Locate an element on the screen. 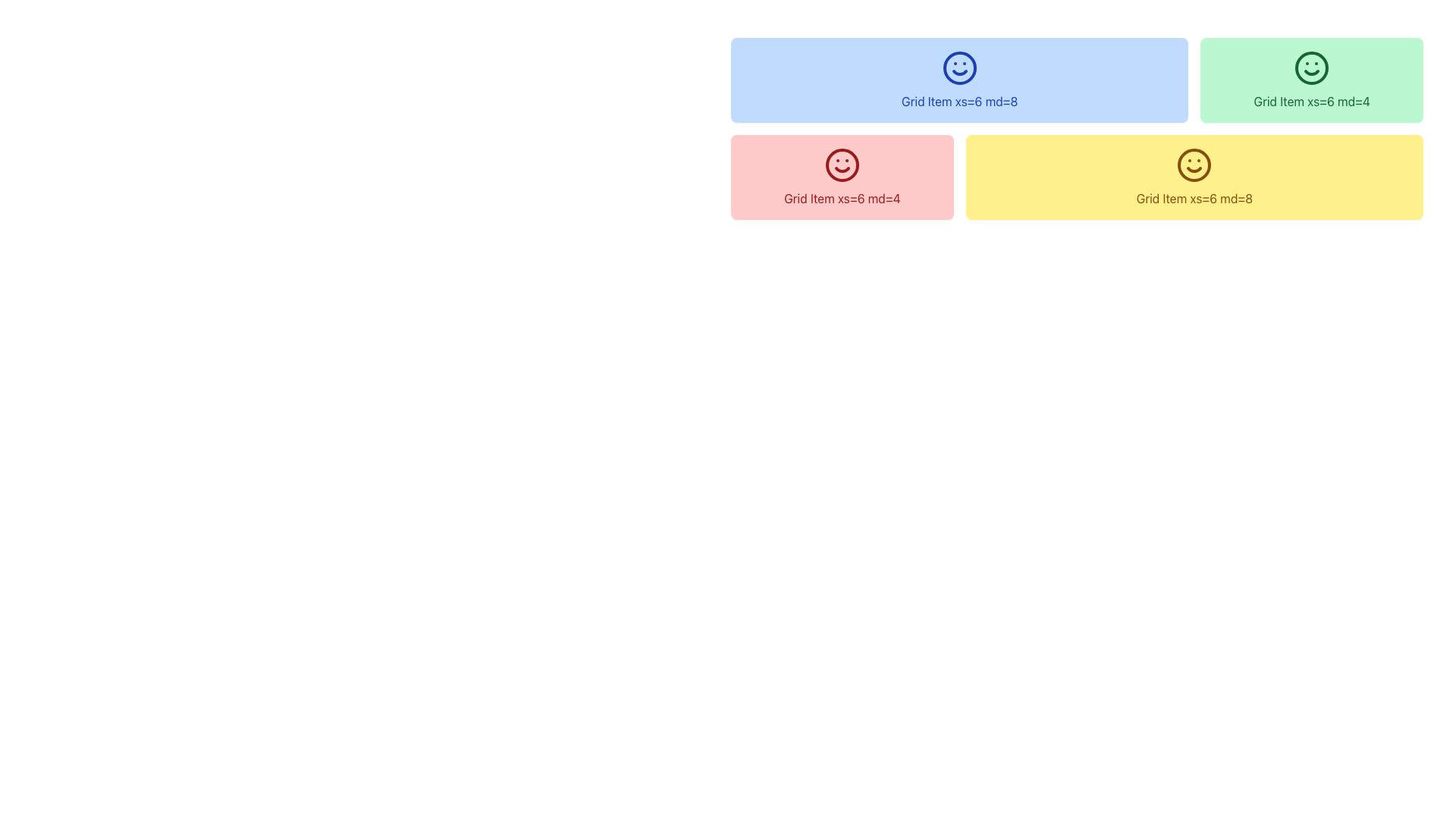 The height and width of the screenshot is (819, 1456). the decorative icon with a smiling appearance located in the top-right of the grid item labeled 'Grid Item xs=6 md=4', which has a light green background is located at coordinates (1311, 67).